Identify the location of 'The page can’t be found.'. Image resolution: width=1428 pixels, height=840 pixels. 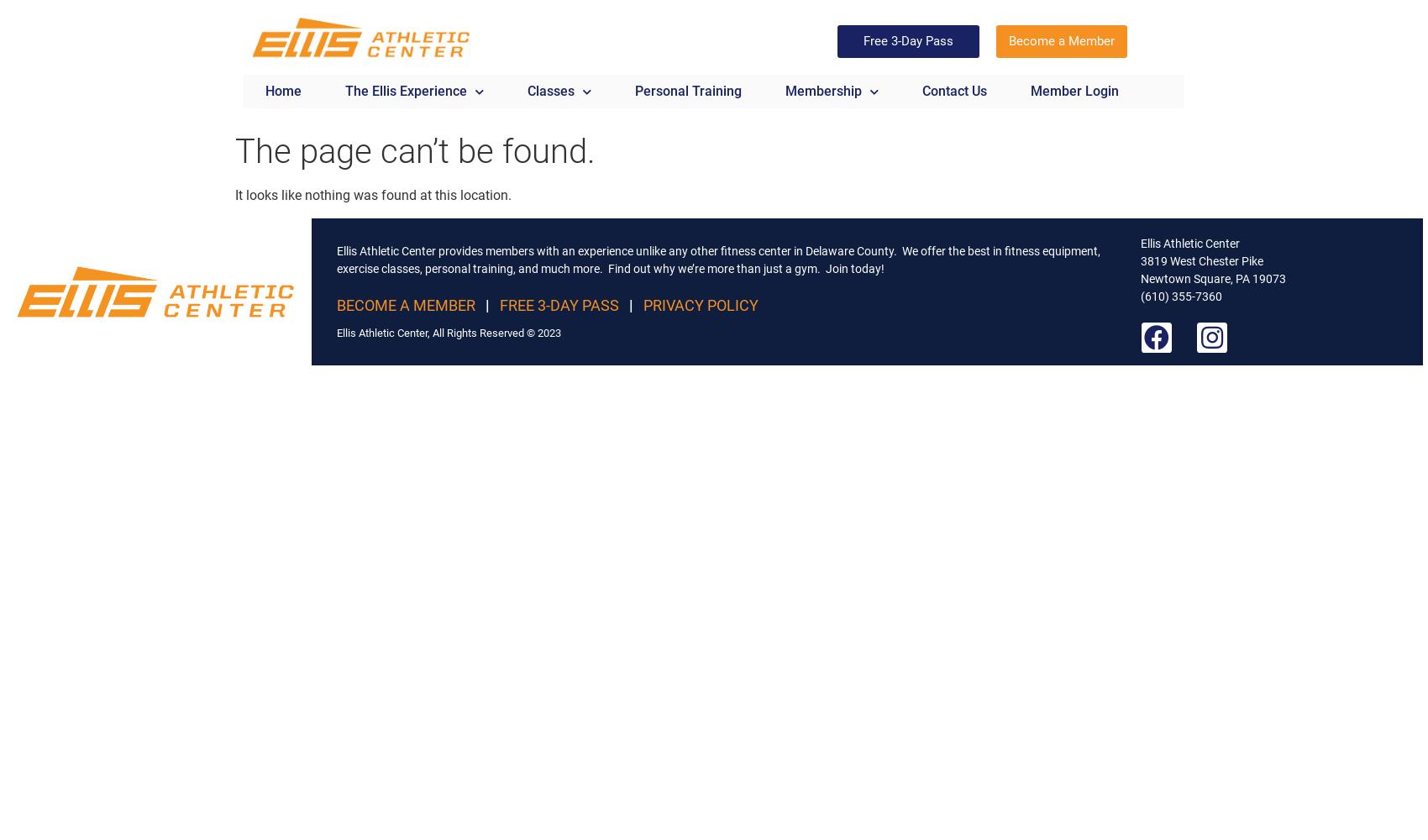
(415, 151).